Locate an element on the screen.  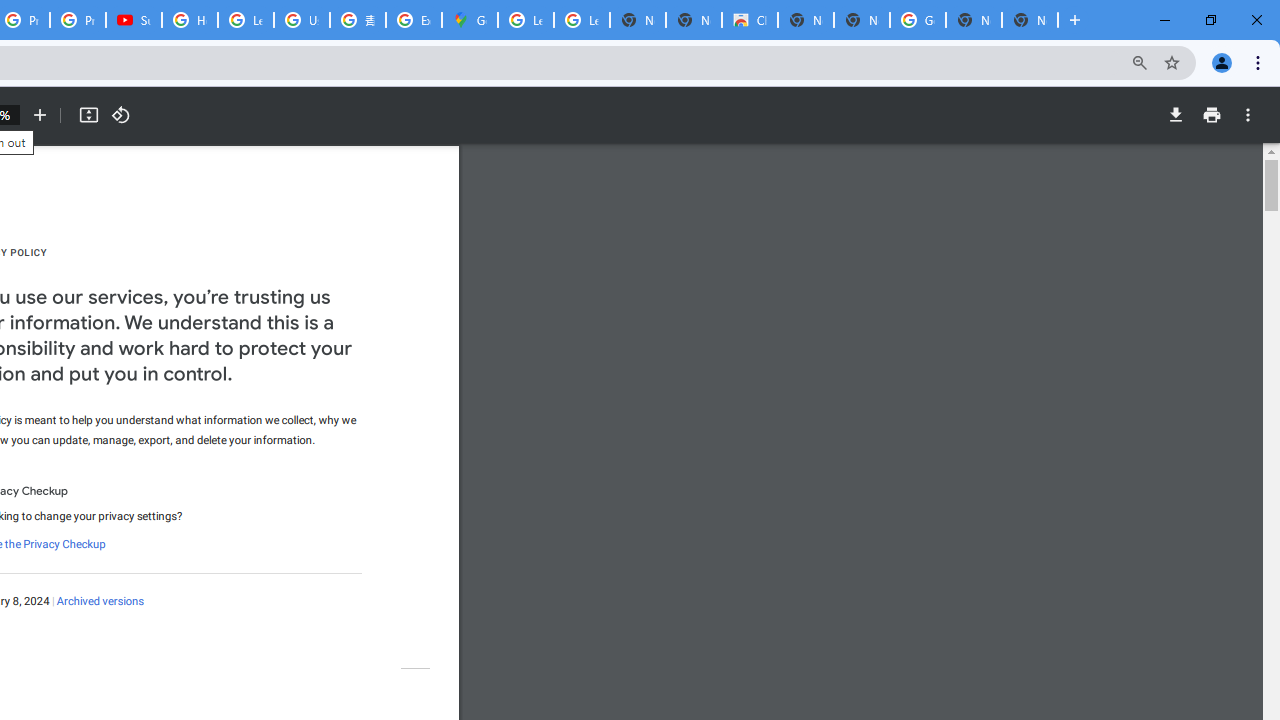
'How Chrome protects your passwords - Google Chrome Help' is located at coordinates (190, 20).